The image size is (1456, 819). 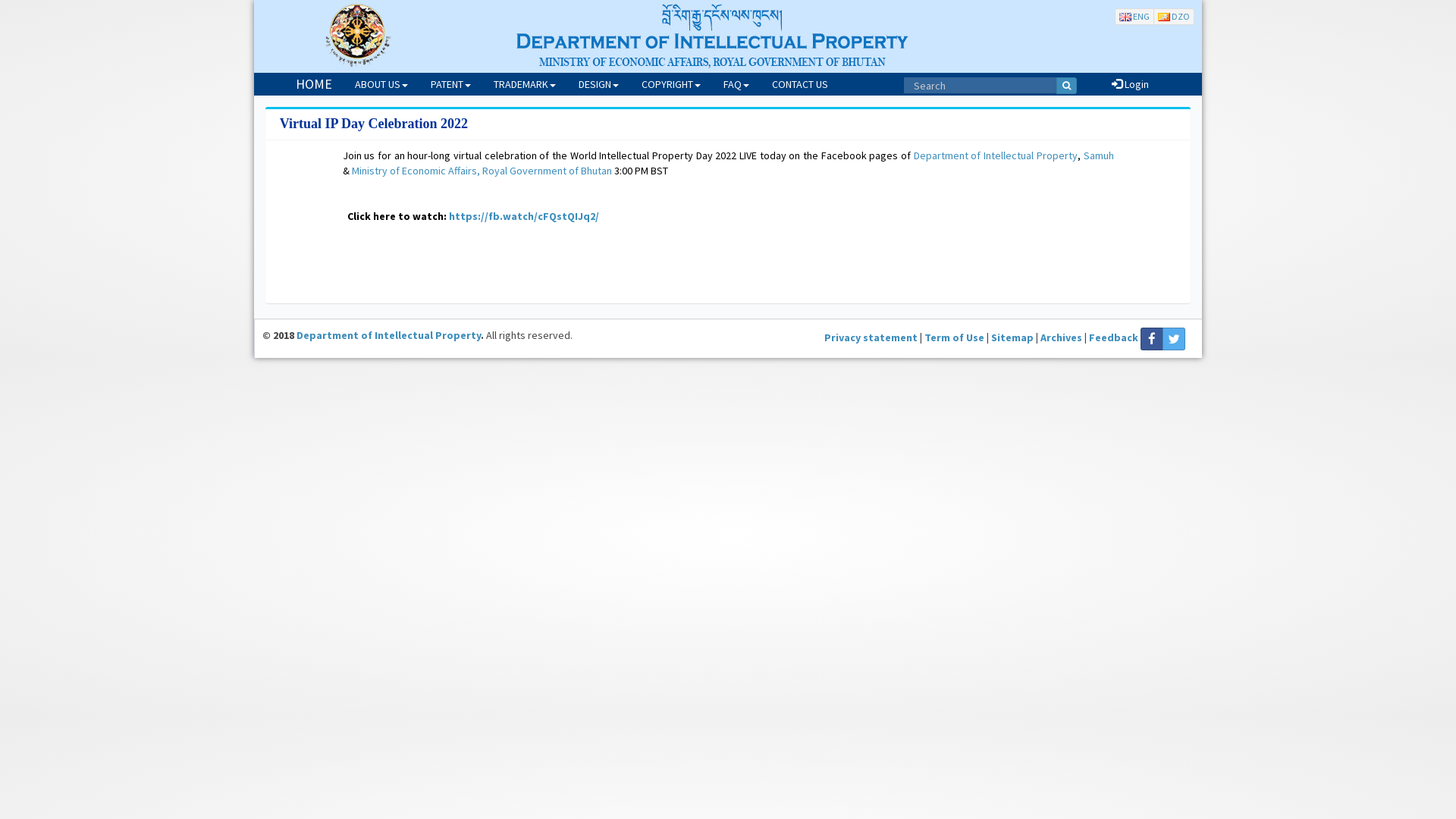 What do you see at coordinates (1173, 338) in the screenshot?
I see `'twitter'` at bounding box center [1173, 338].